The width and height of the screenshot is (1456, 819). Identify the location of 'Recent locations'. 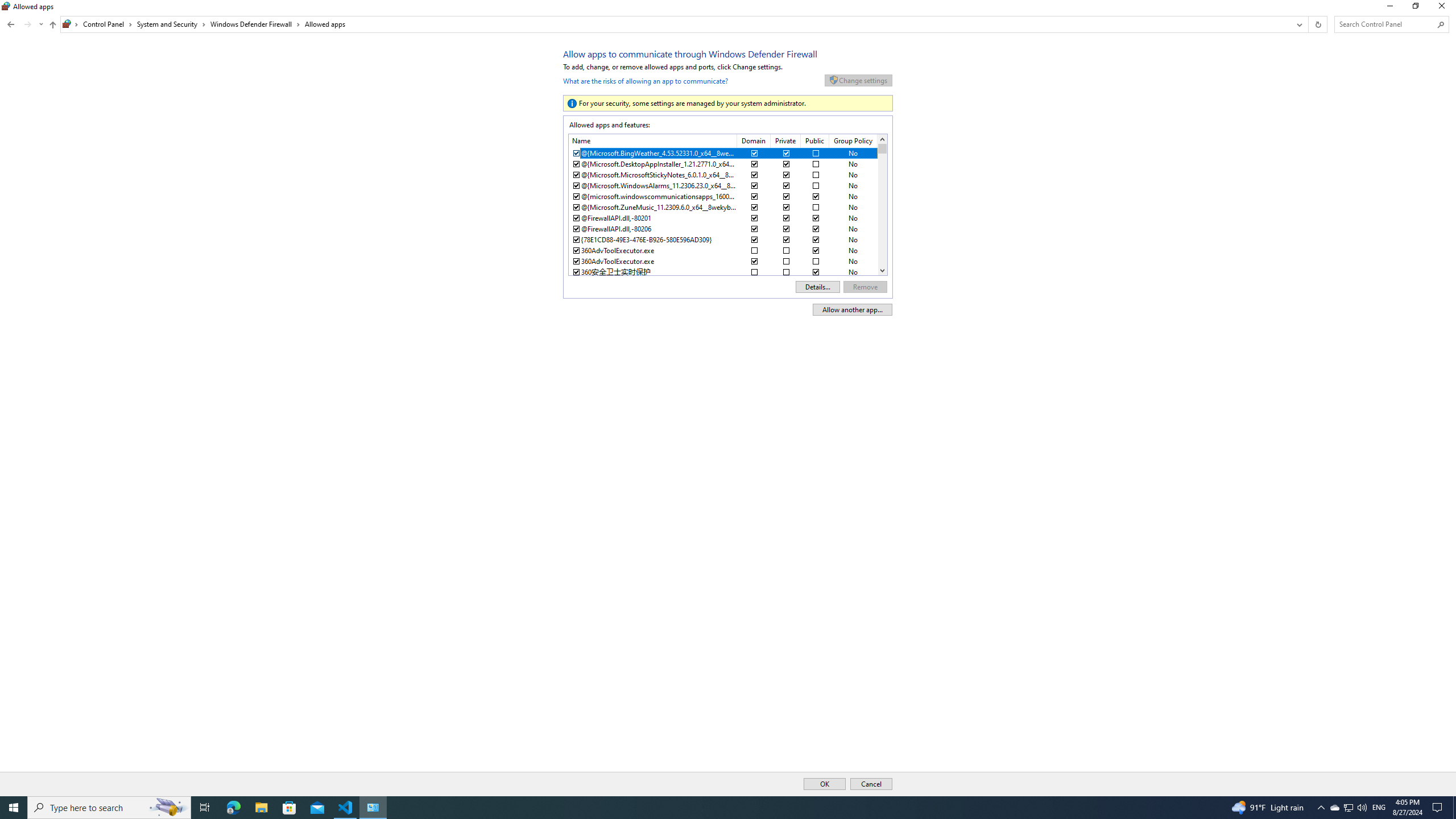
(40, 24).